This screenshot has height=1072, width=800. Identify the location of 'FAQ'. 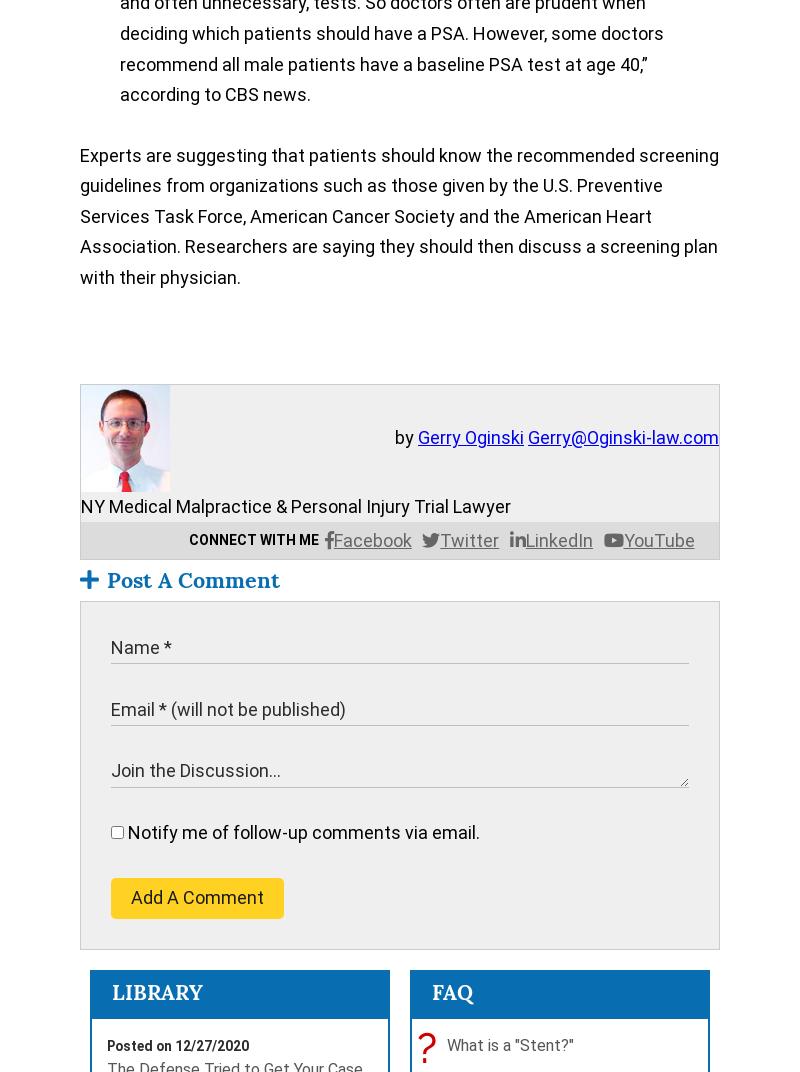
(450, 990).